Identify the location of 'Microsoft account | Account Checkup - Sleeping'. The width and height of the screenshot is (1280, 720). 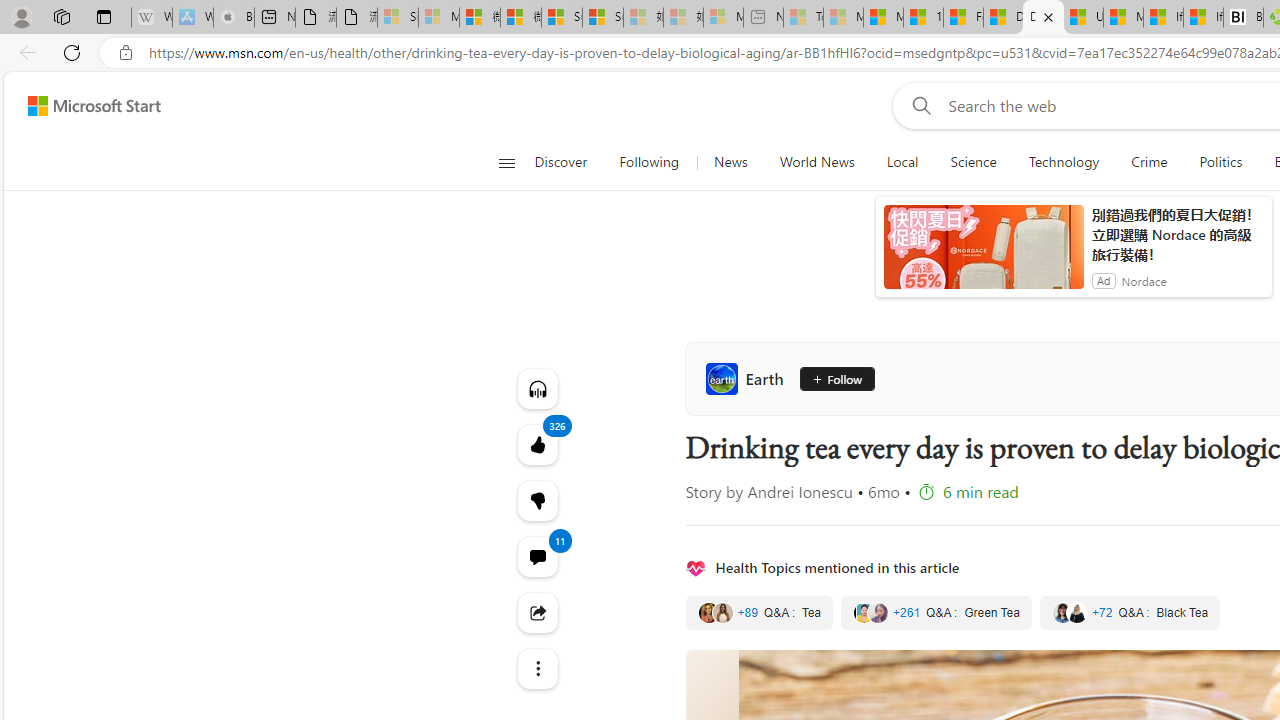
(722, 17).